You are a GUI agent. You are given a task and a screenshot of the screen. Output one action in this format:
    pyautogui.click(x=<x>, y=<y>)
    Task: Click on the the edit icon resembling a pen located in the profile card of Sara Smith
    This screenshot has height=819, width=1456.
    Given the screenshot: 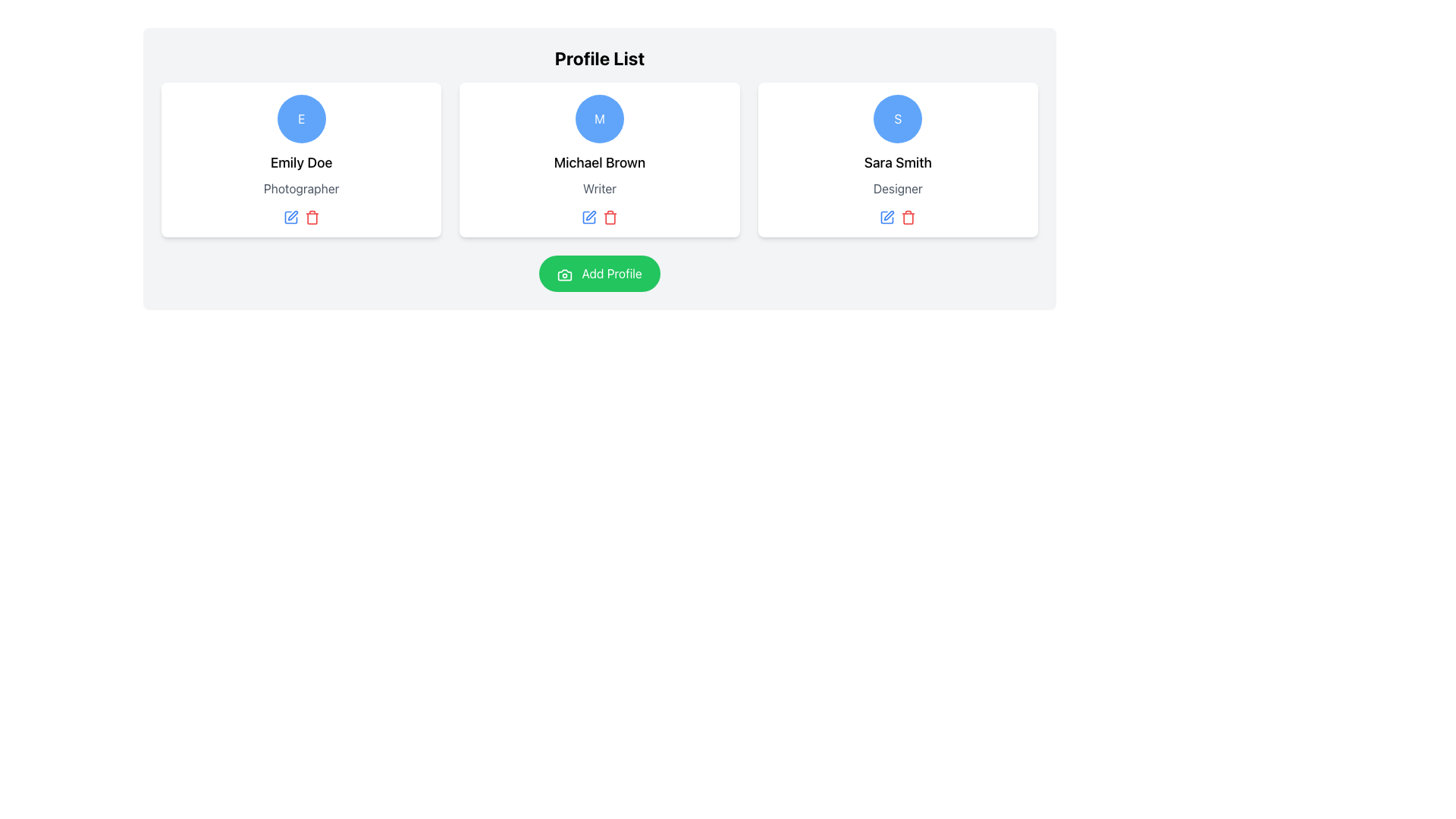 What is the action you would take?
    pyautogui.click(x=889, y=215)
    